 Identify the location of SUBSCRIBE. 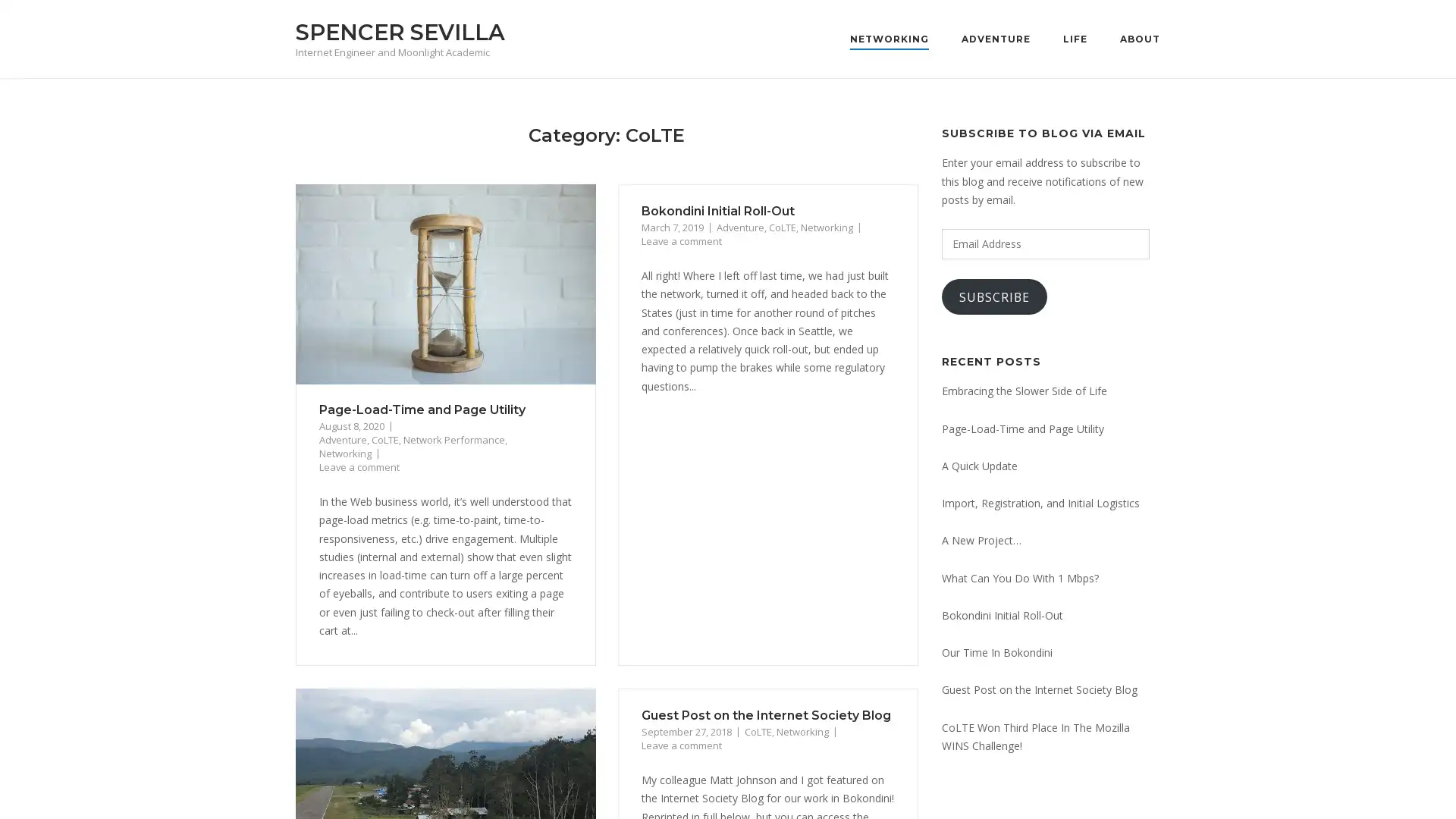
(994, 297).